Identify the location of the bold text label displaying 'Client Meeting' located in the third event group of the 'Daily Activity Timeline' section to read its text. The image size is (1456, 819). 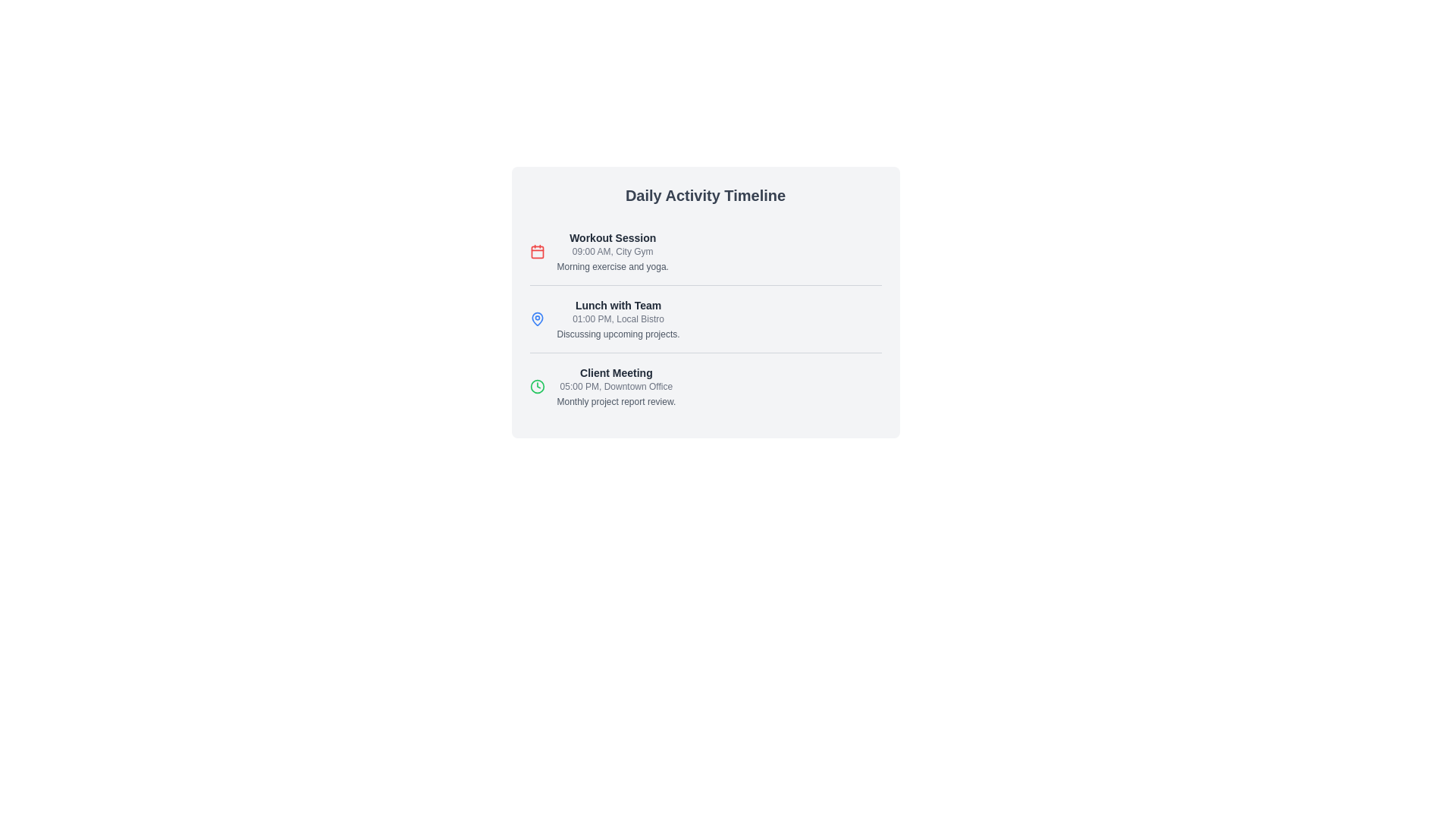
(616, 373).